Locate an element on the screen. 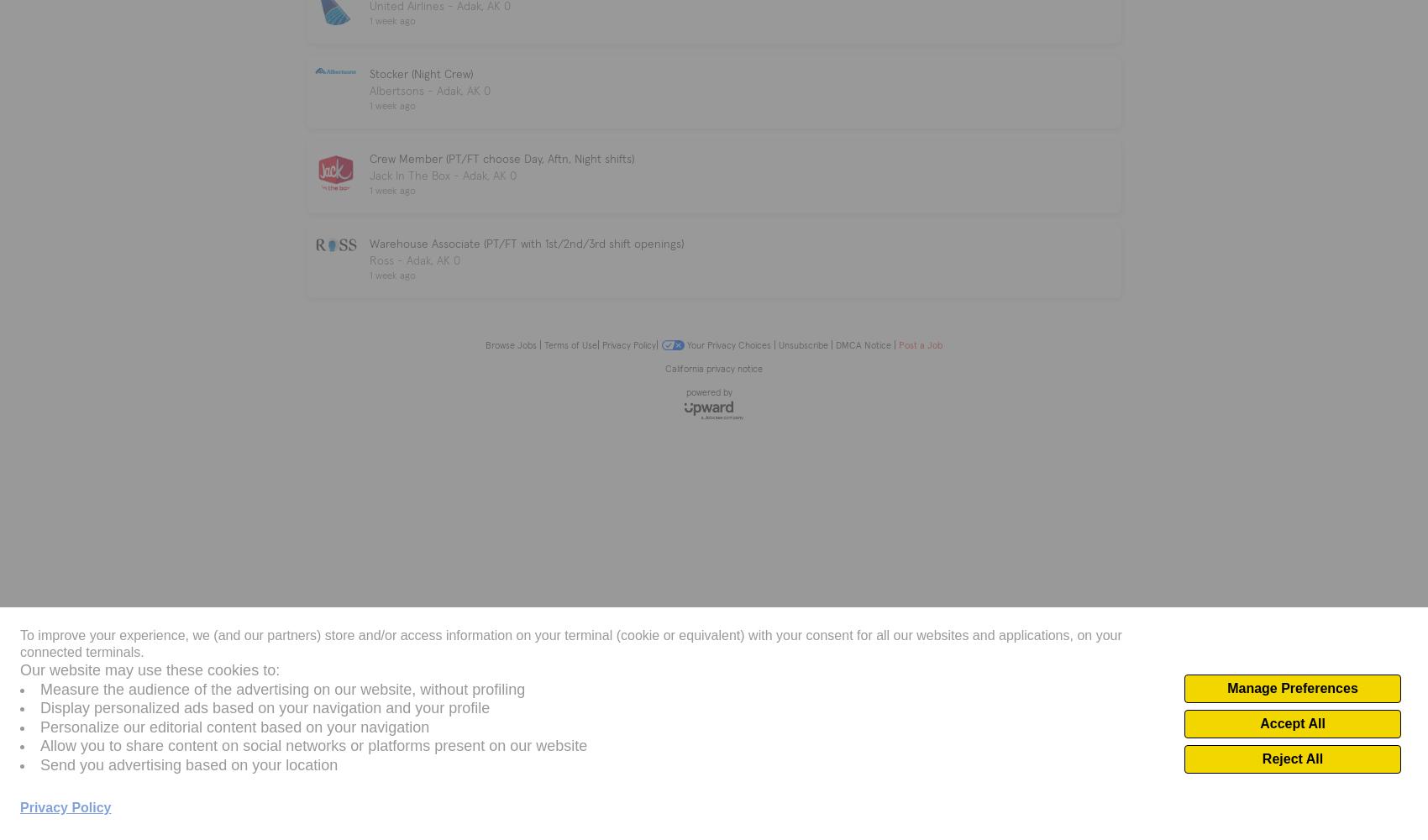  'Privacy Policy' is located at coordinates (627, 344).